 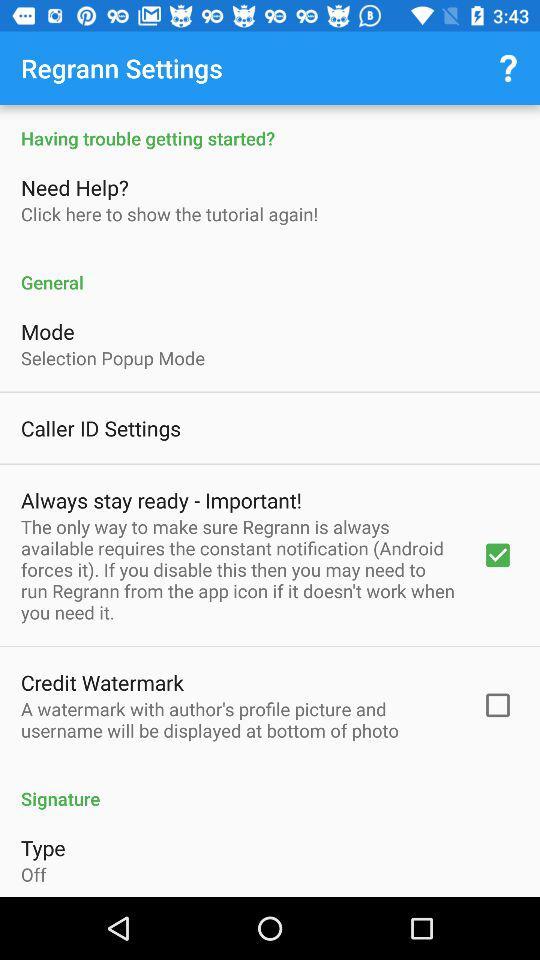 What do you see at coordinates (270, 500) in the screenshot?
I see `mark box` at bounding box center [270, 500].